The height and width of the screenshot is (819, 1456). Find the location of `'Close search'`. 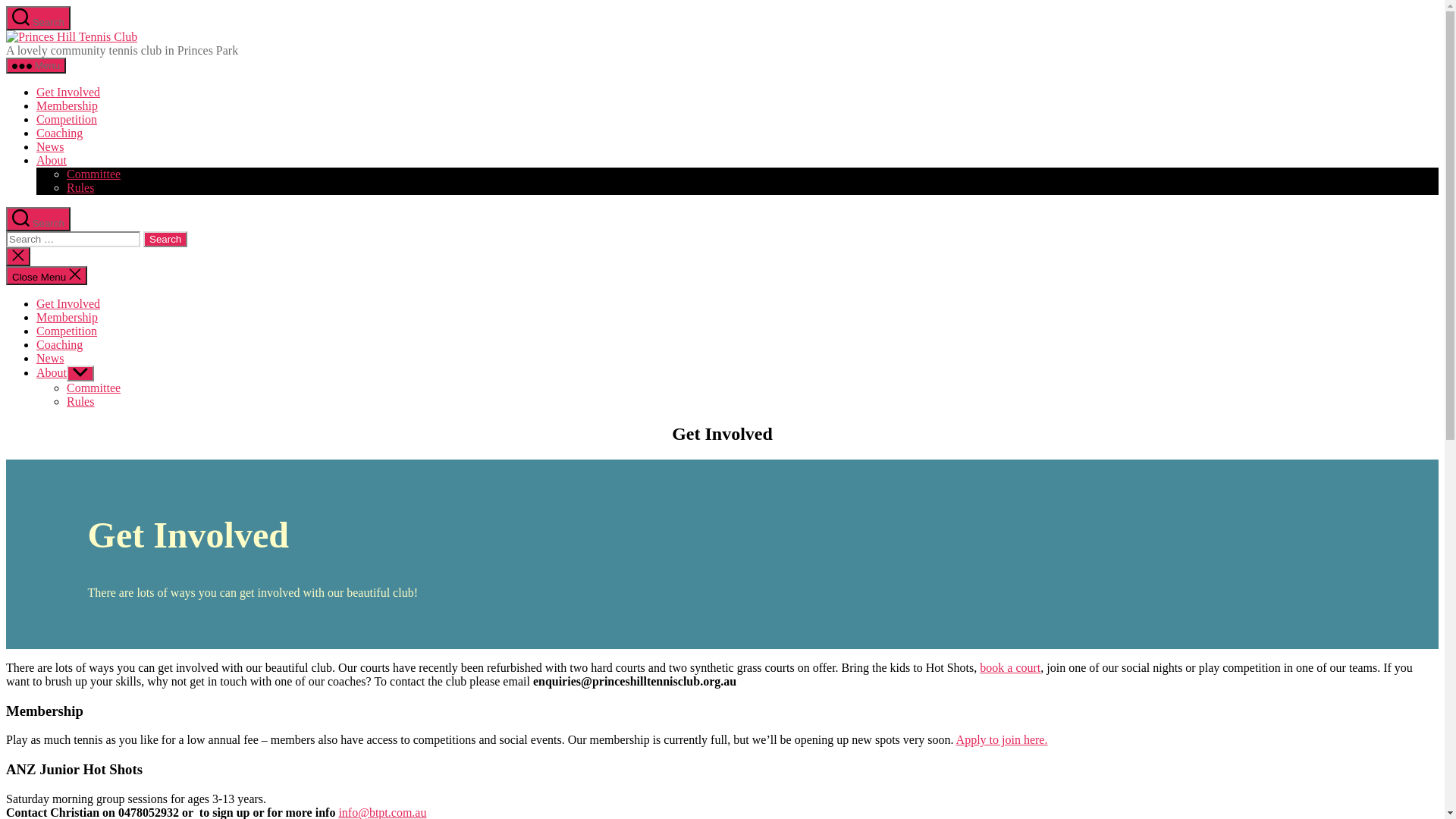

'Close search' is located at coordinates (18, 256).